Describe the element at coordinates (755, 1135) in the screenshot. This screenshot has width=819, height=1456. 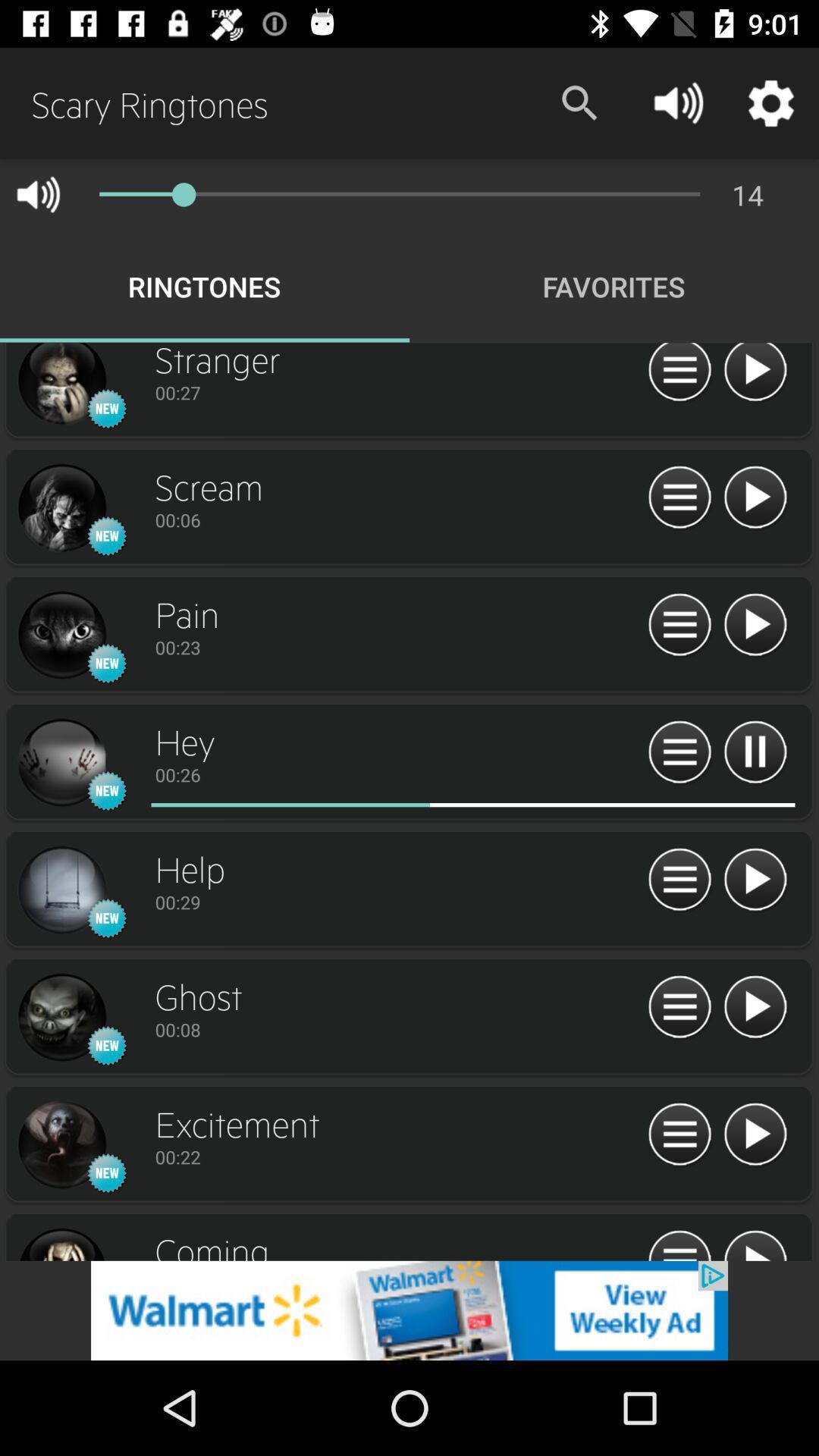
I see `option` at that location.